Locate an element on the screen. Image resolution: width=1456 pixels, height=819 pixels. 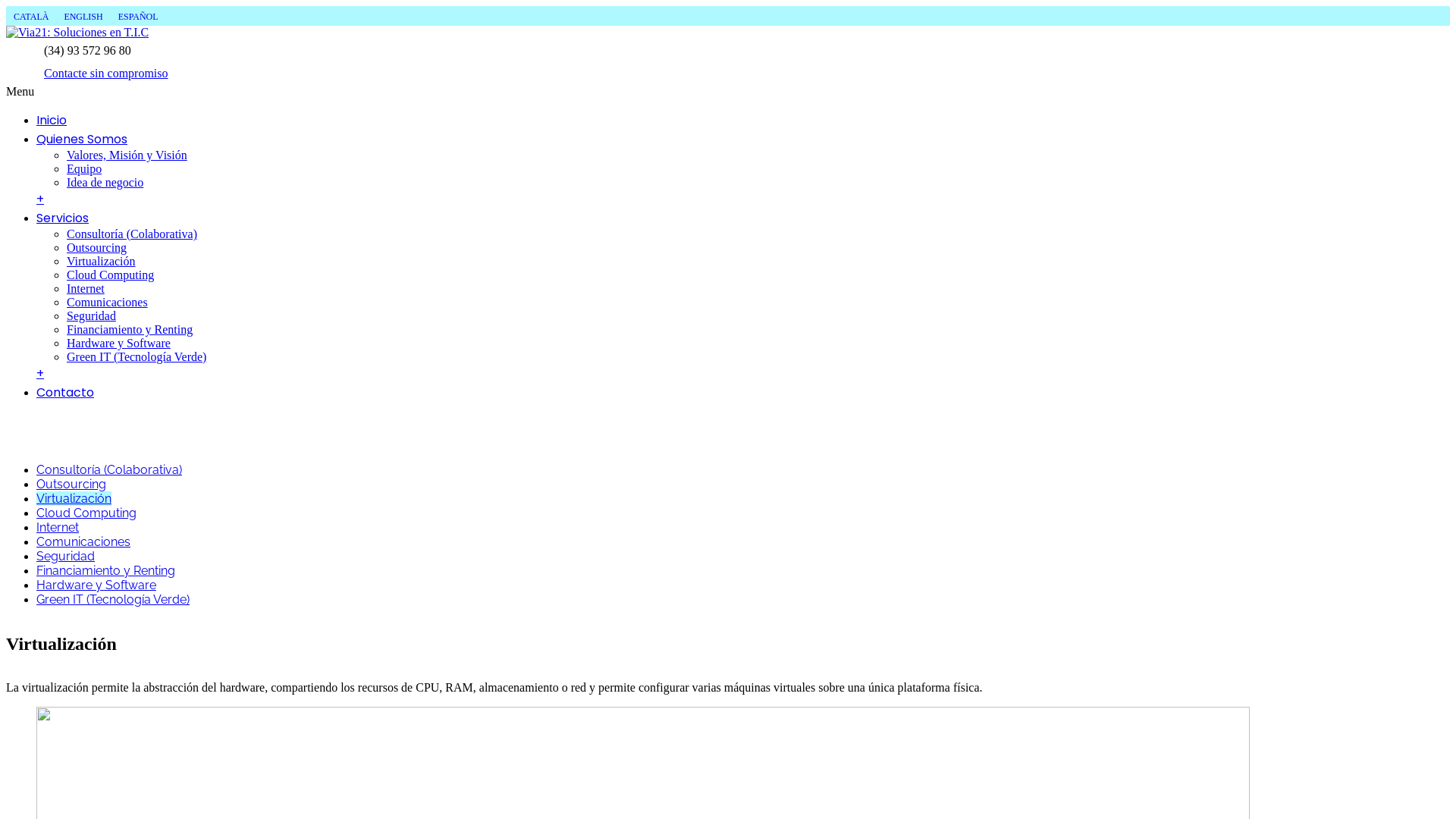
'Comunicaciones' is located at coordinates (83, 541).